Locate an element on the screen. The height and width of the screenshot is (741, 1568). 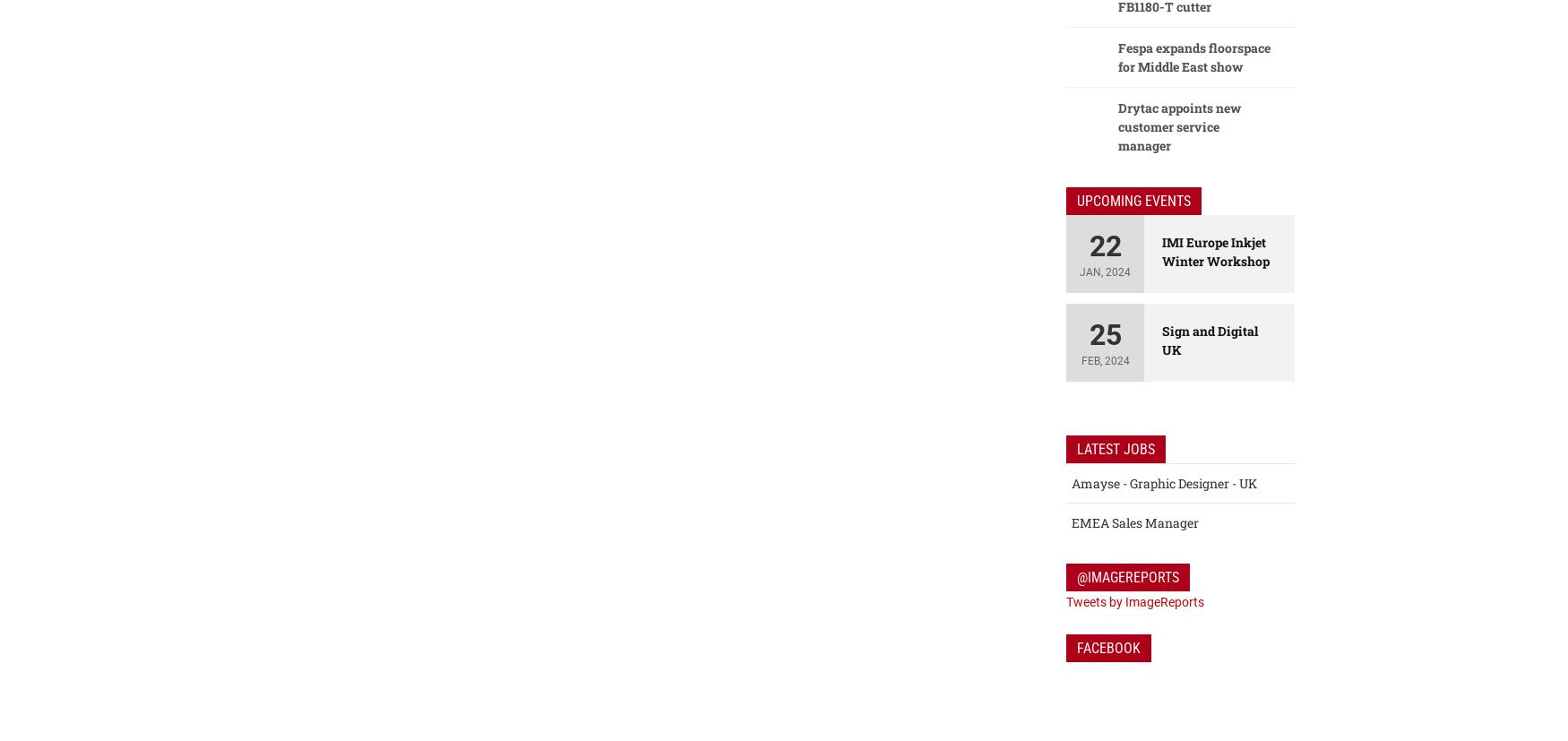
'Drytac appoints new customer service manager' is located at coordinates (1179, 126).